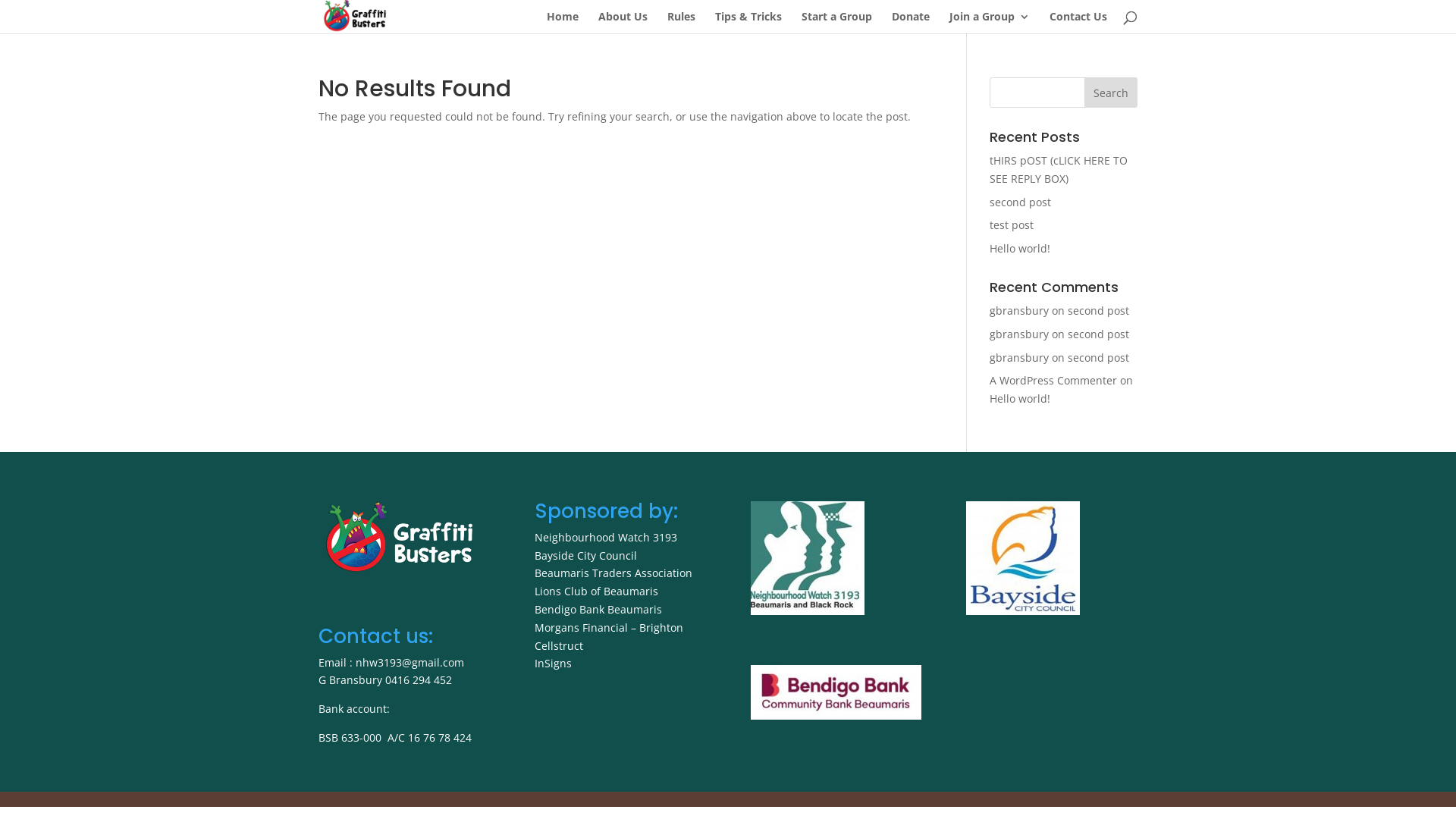 Image resolution: width=1456 pixels, height=819 pixels. I want to click on 'Search', so click(1110, 93).